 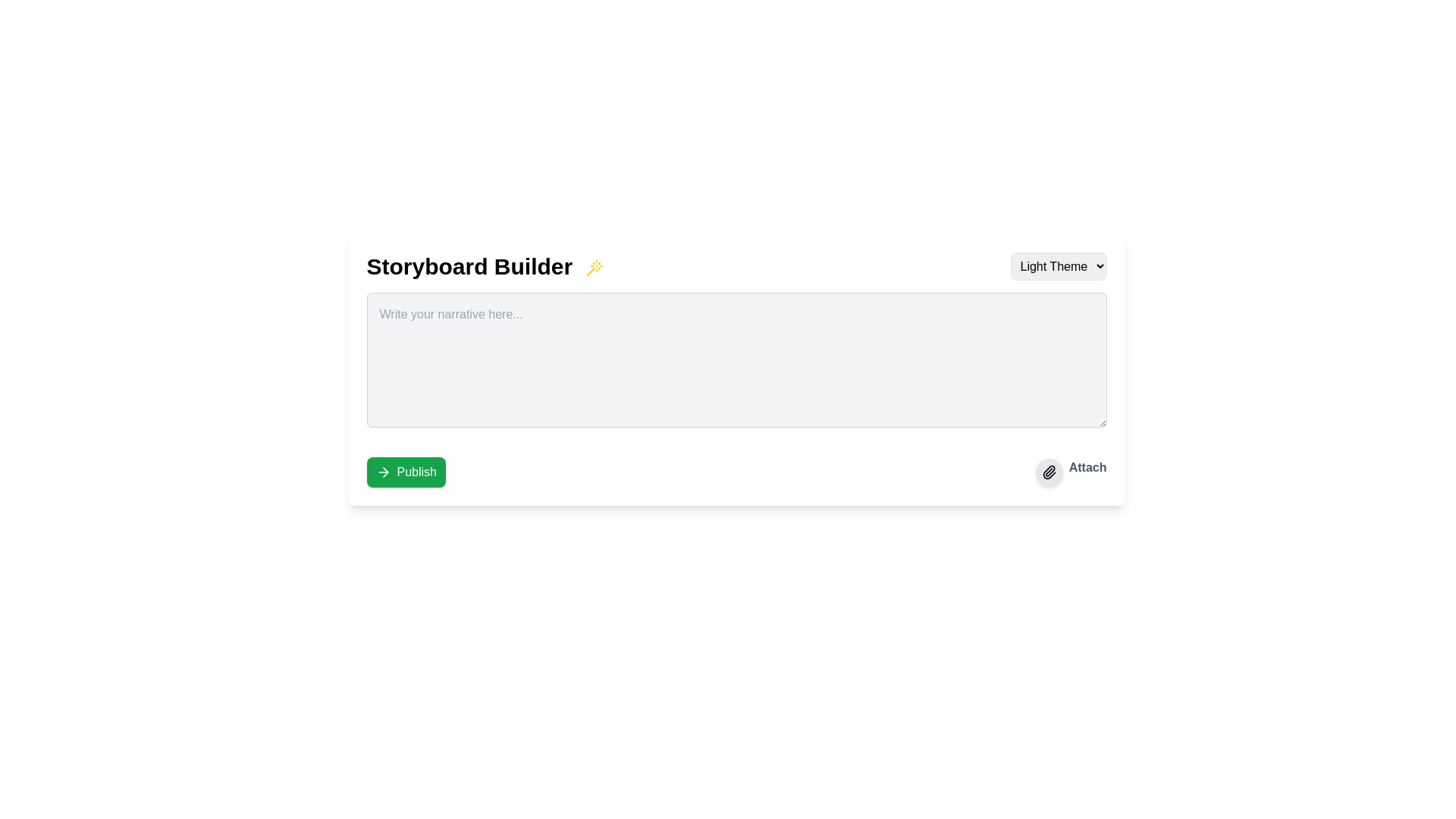 I want to click on the title 'Storyboard Builder' and the wand icon in yellow located at the top of the UI component, so click(x=736, y=265).